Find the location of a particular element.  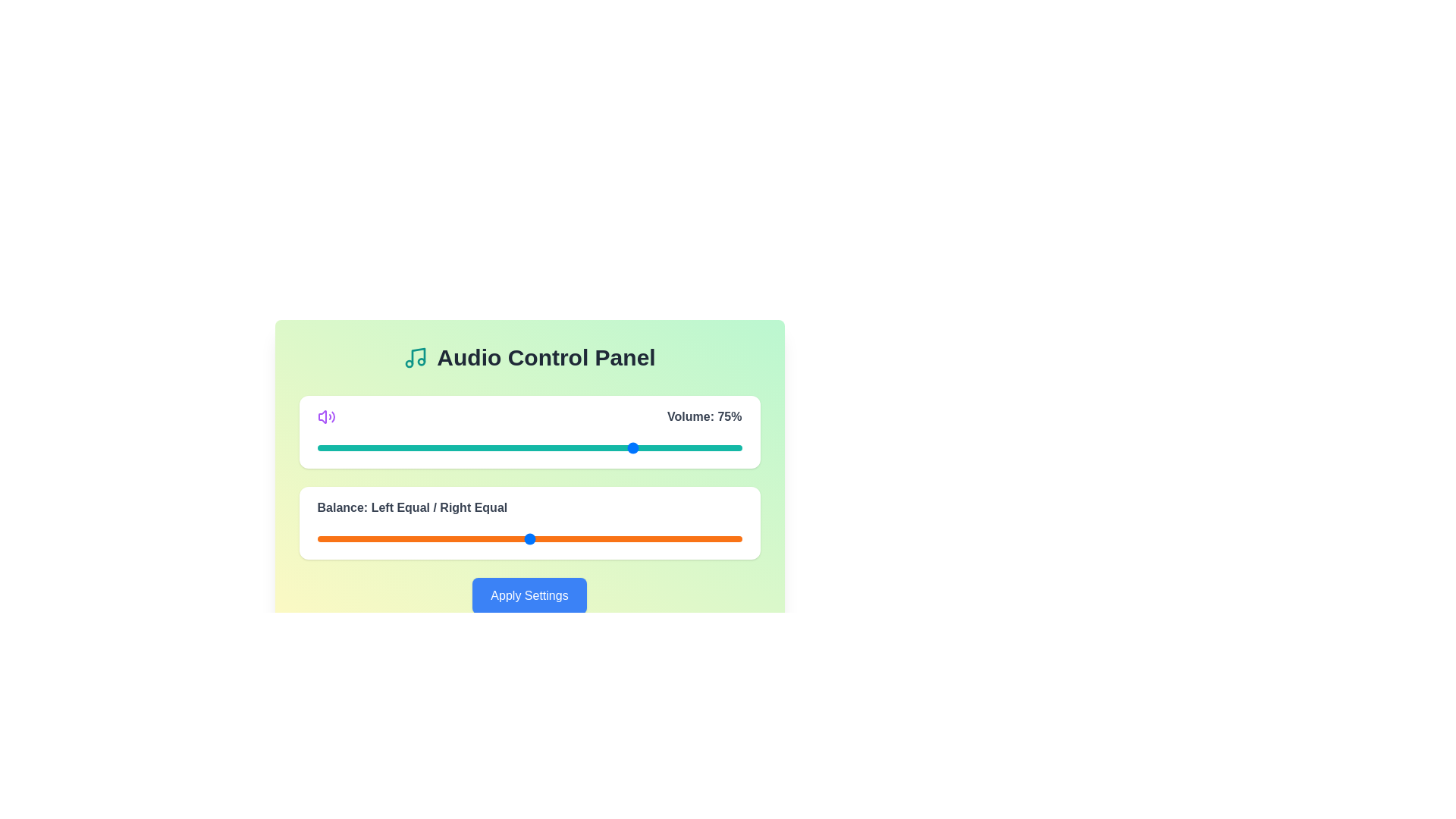

the volume slider to 33 percent is located at coordinates (457, 447).